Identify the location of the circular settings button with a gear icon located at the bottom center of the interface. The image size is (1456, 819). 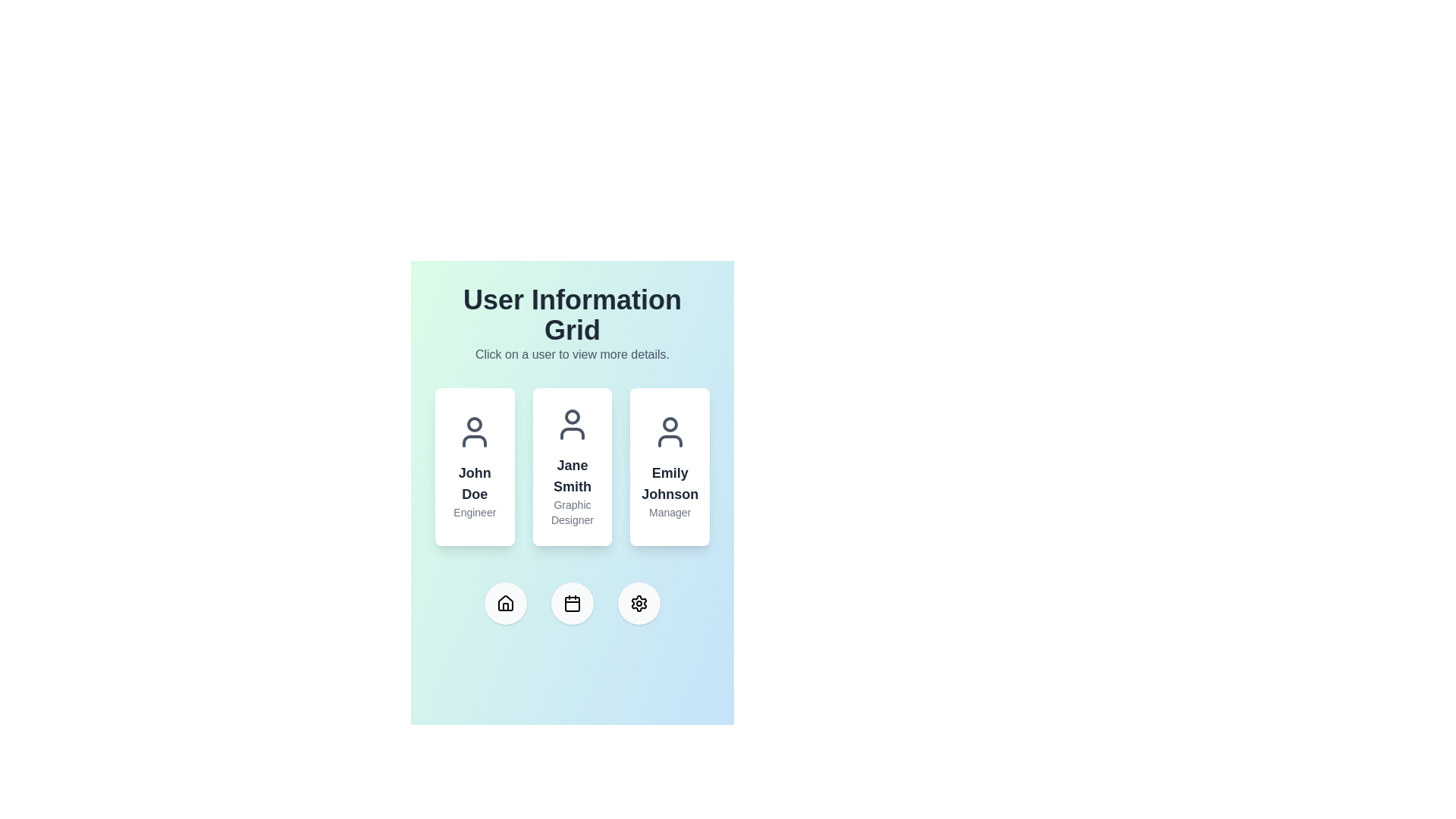
(639, 602).